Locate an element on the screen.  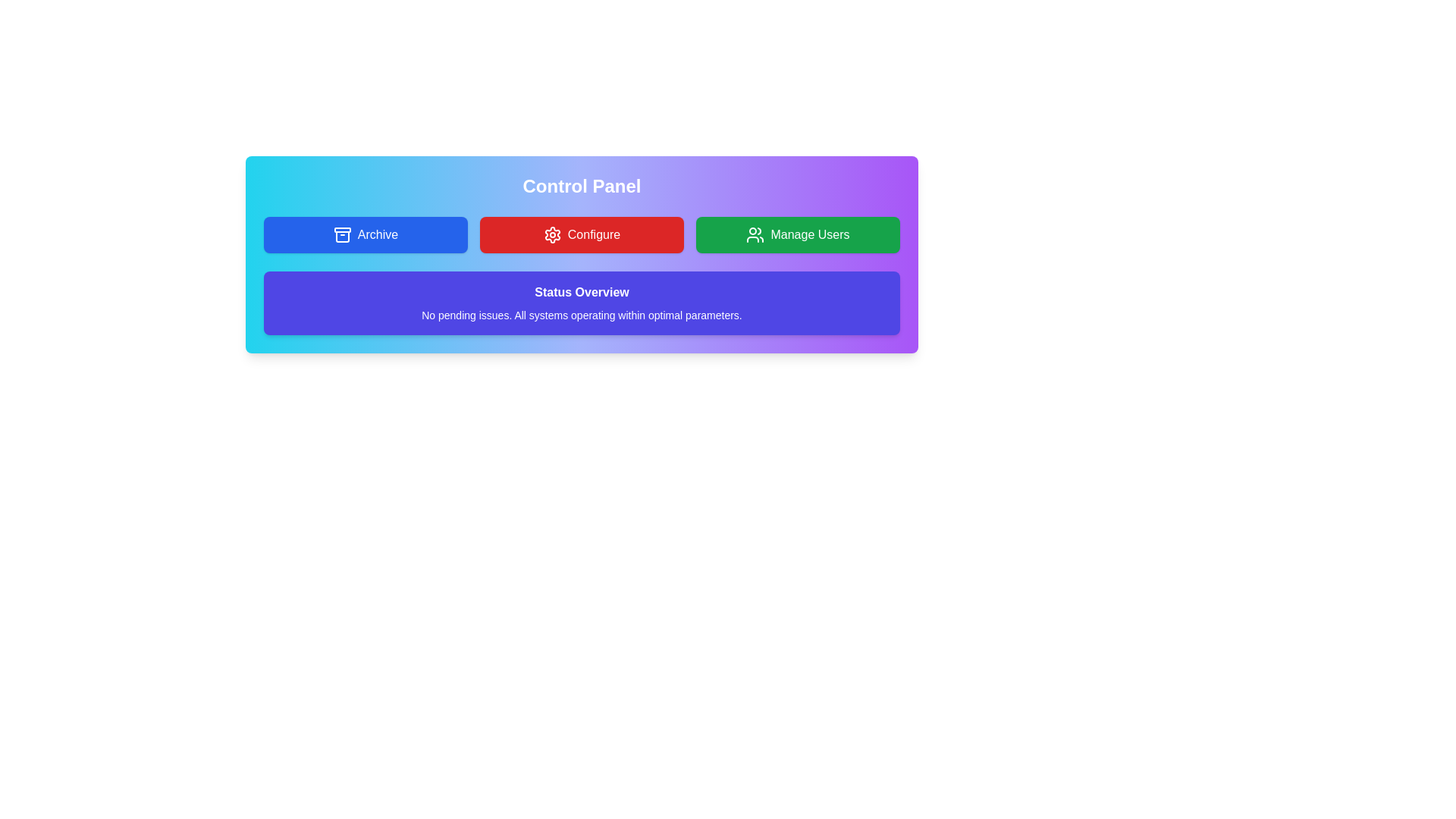
the first button from the left is located at coordinates (366, 234).